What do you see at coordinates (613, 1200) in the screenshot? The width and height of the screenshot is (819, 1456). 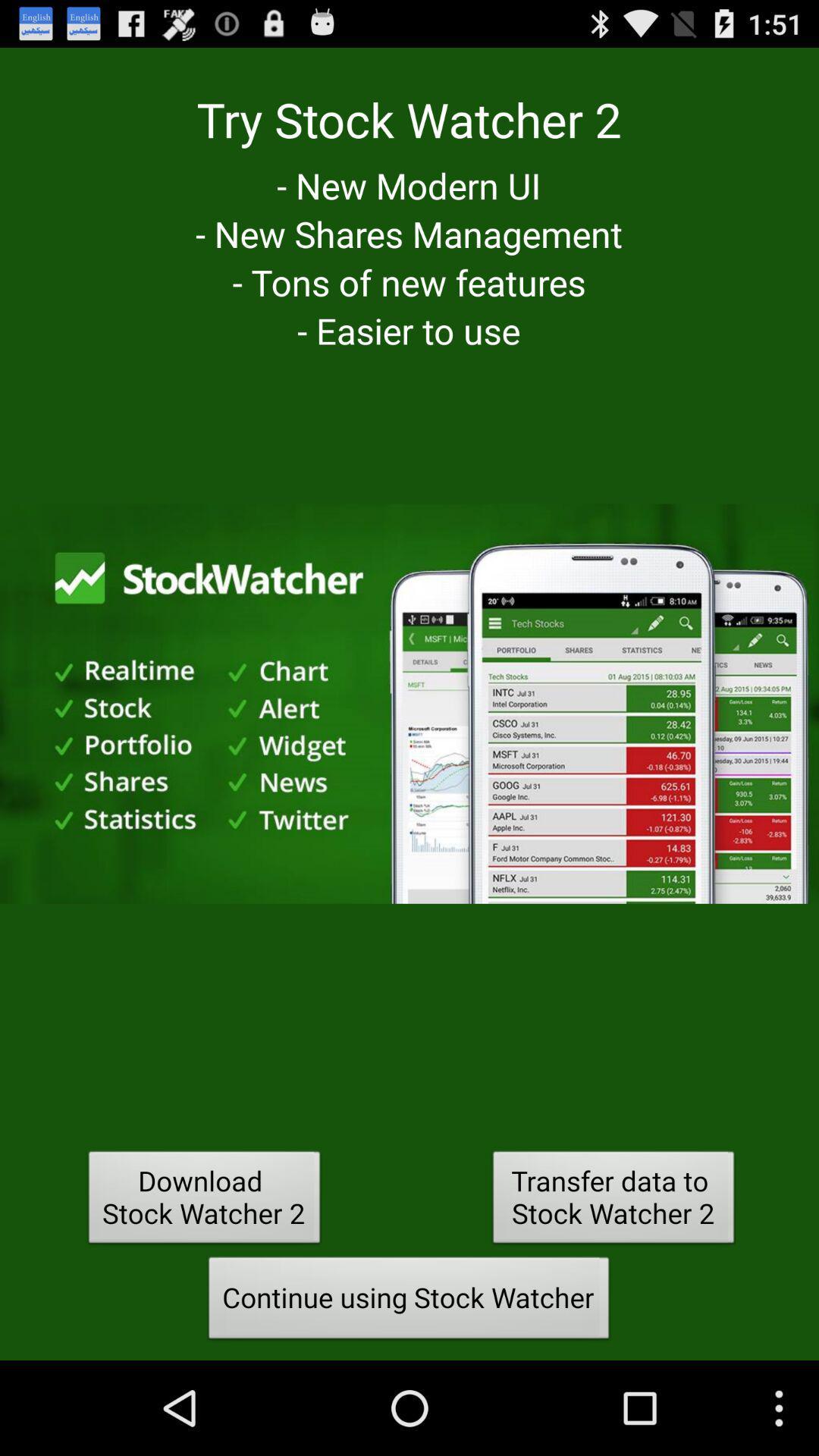 I see `item above the continue using stock item` at bounding box center [613, 1200].